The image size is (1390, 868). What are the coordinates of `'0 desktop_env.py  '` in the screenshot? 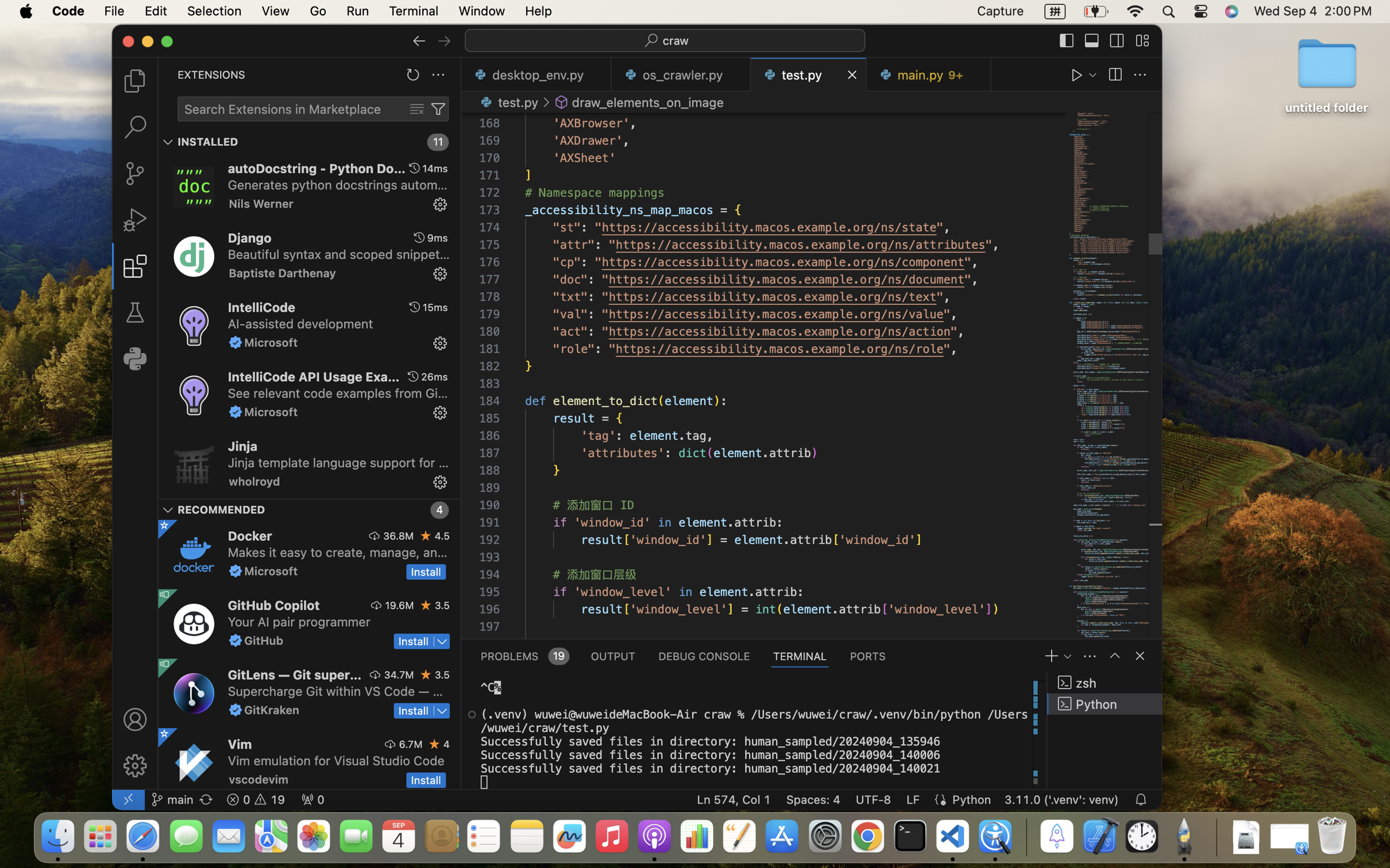 It's located at (536, 74).